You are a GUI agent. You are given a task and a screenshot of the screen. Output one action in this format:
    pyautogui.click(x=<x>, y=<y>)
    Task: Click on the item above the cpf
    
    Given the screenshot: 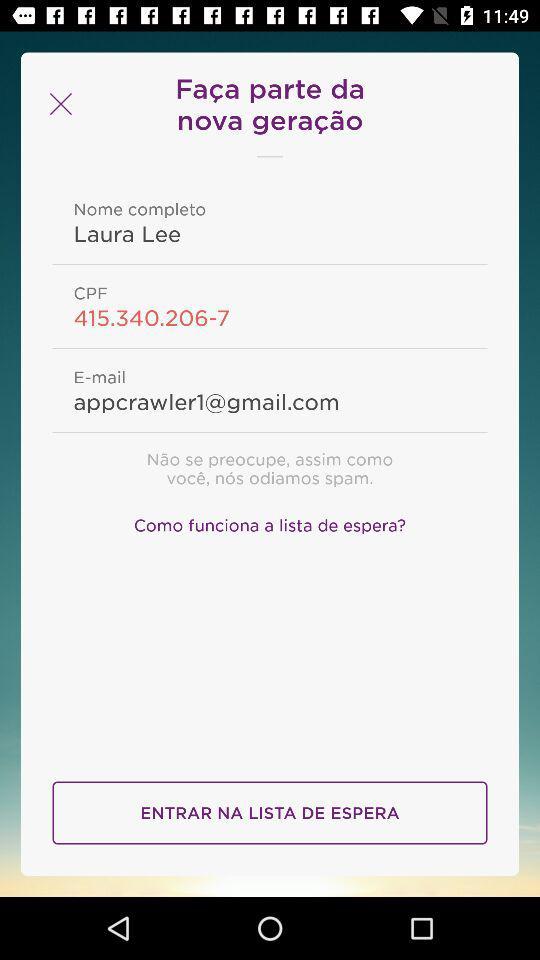 What is the action you would take?
    pyautogui.click(x=270, y=233)
    